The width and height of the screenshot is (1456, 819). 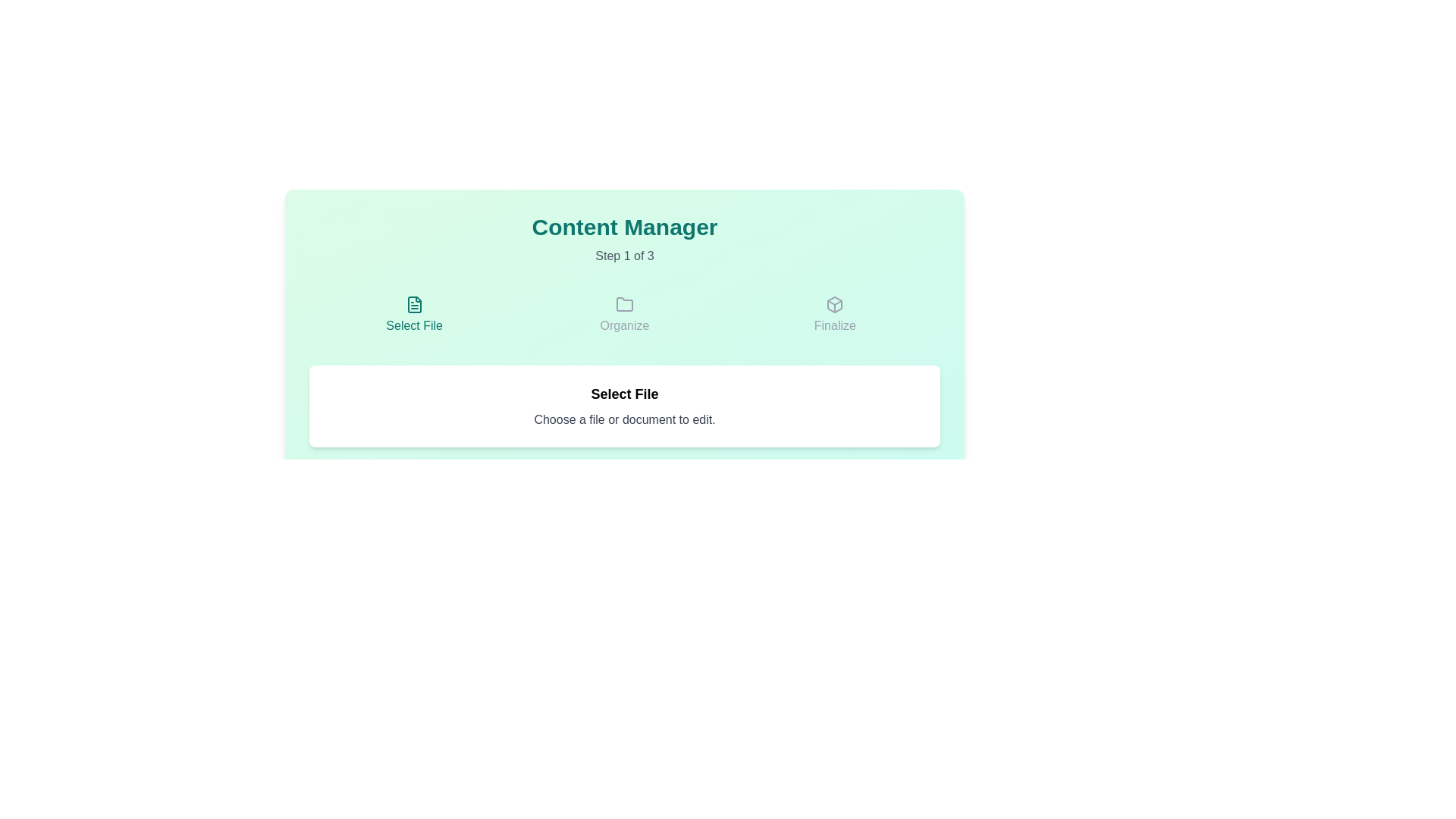 I want to click on the text label that reads 'Select File', which is styled with a teal font and indicates a file selection action, so click(x=414, y=315).